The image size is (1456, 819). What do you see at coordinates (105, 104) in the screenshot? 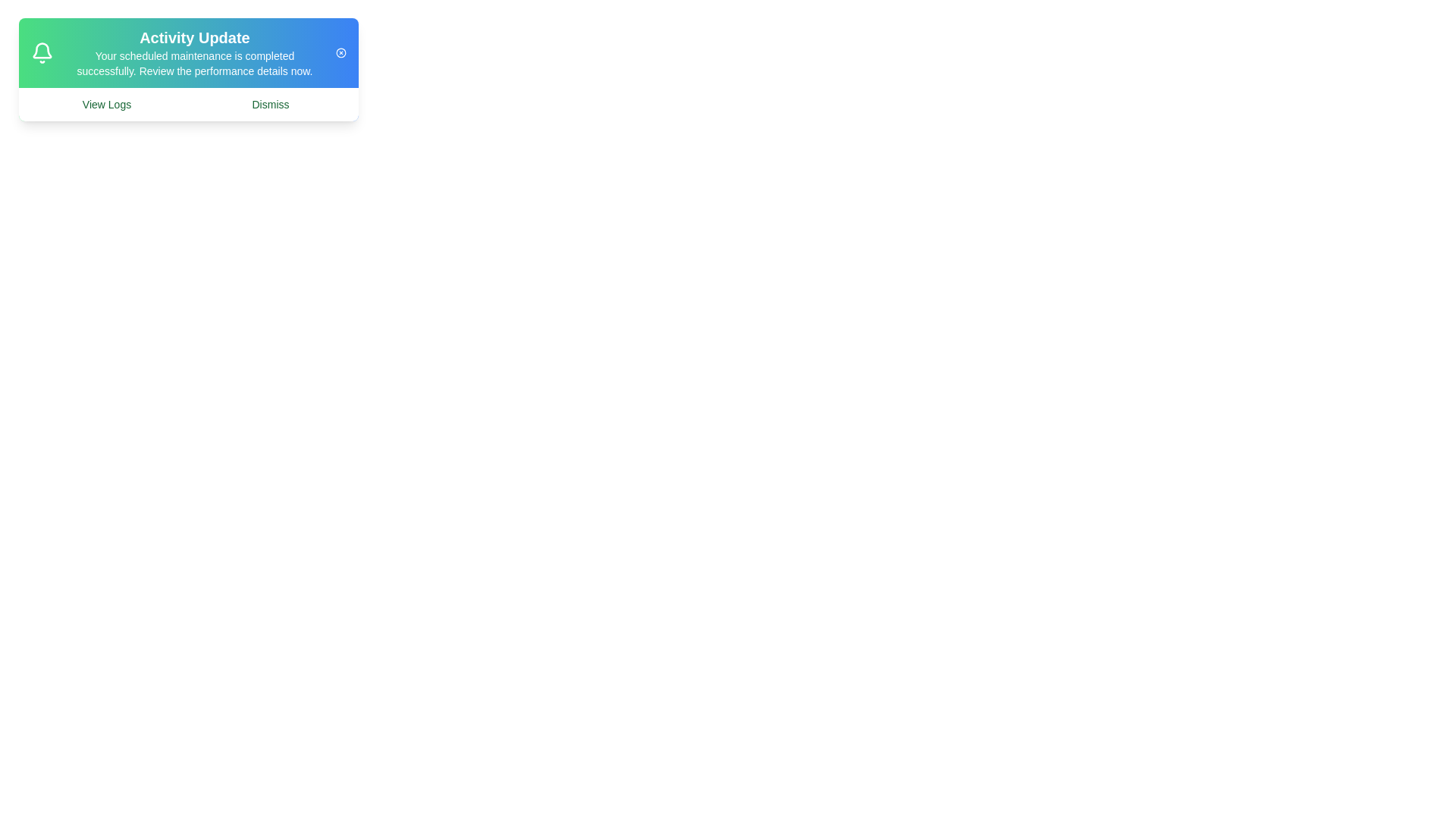
I see `the 'View Logs' button to navigate to the logs` at bounding box center [105, 104].